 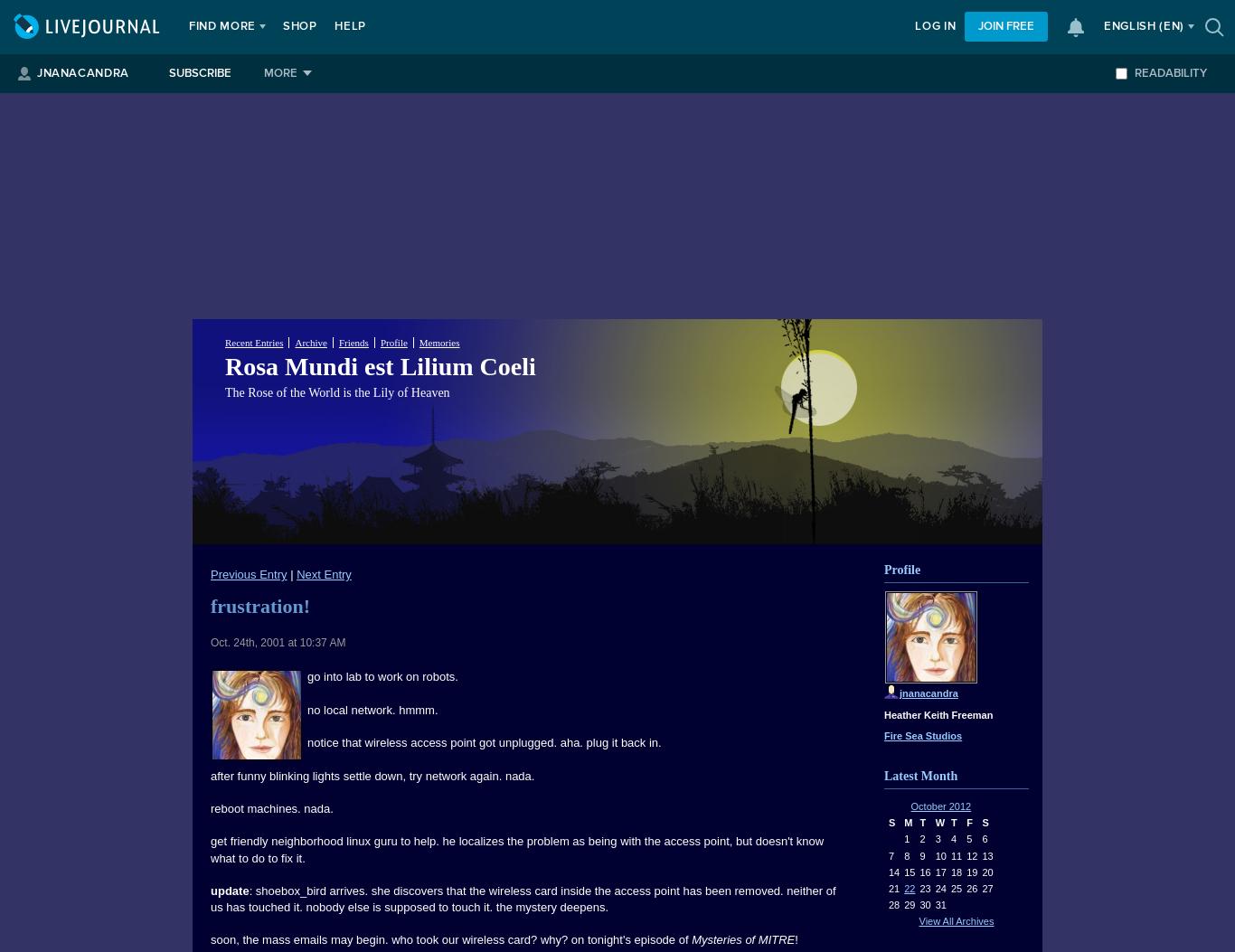 What do you see at coordinates (259, 605) in the screenshot?
I see `'frustration!'` at bounding box center [259, 605].